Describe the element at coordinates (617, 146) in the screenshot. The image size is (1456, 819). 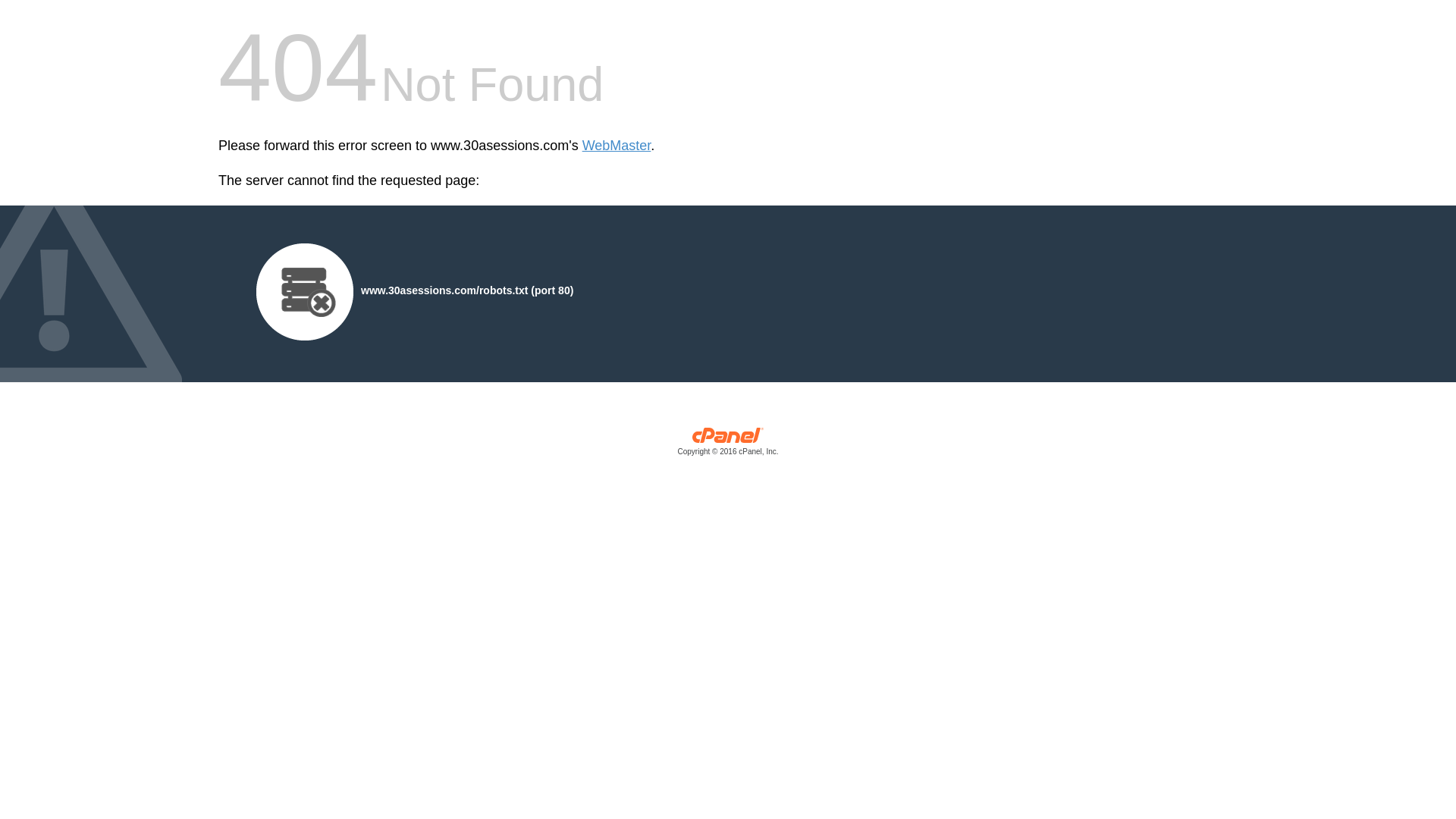
I see `'WebMaster'` at that location.